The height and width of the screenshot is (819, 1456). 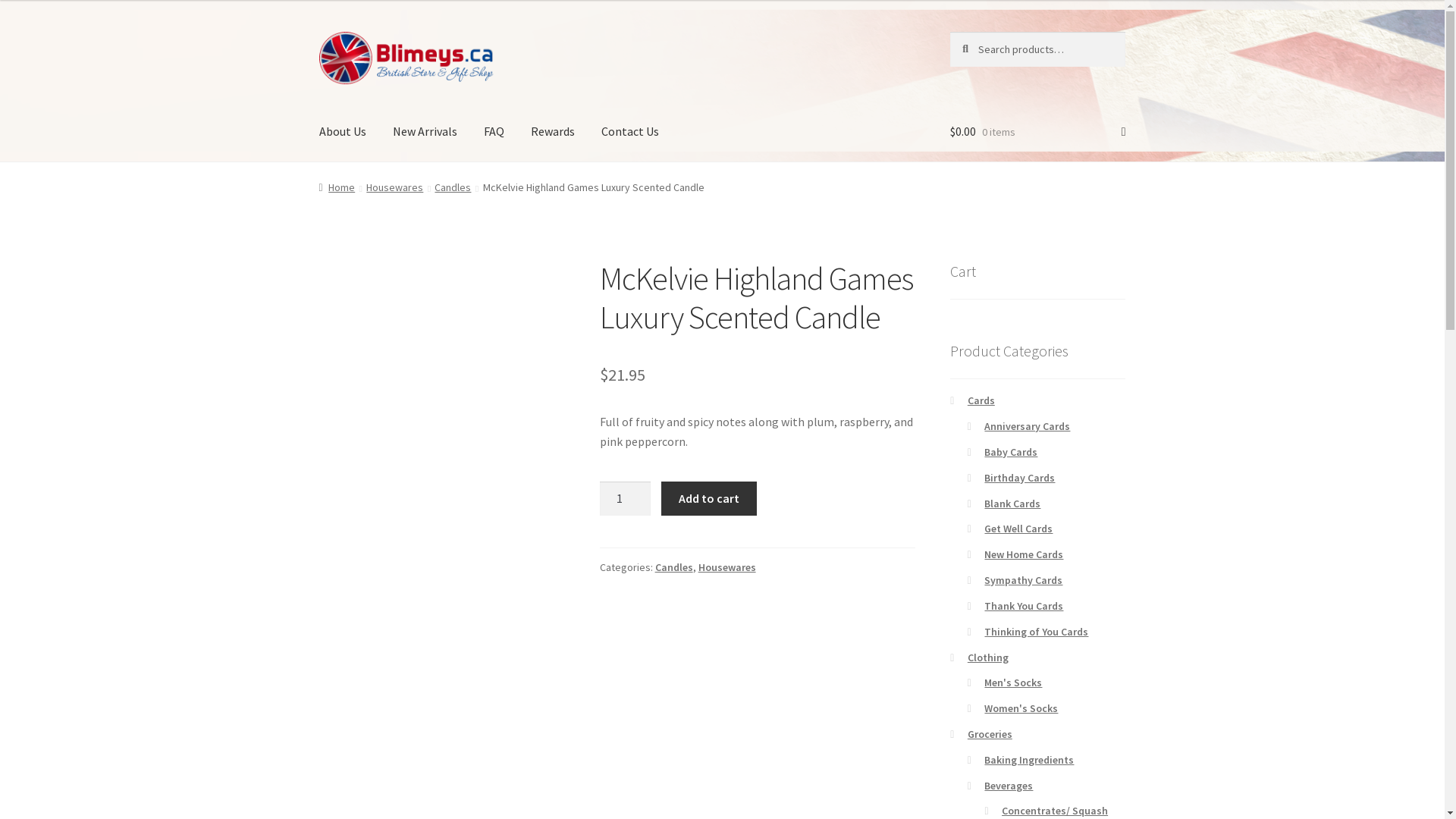 I want to click on 'Baking Ingredients', so click(x=1029, y=760).